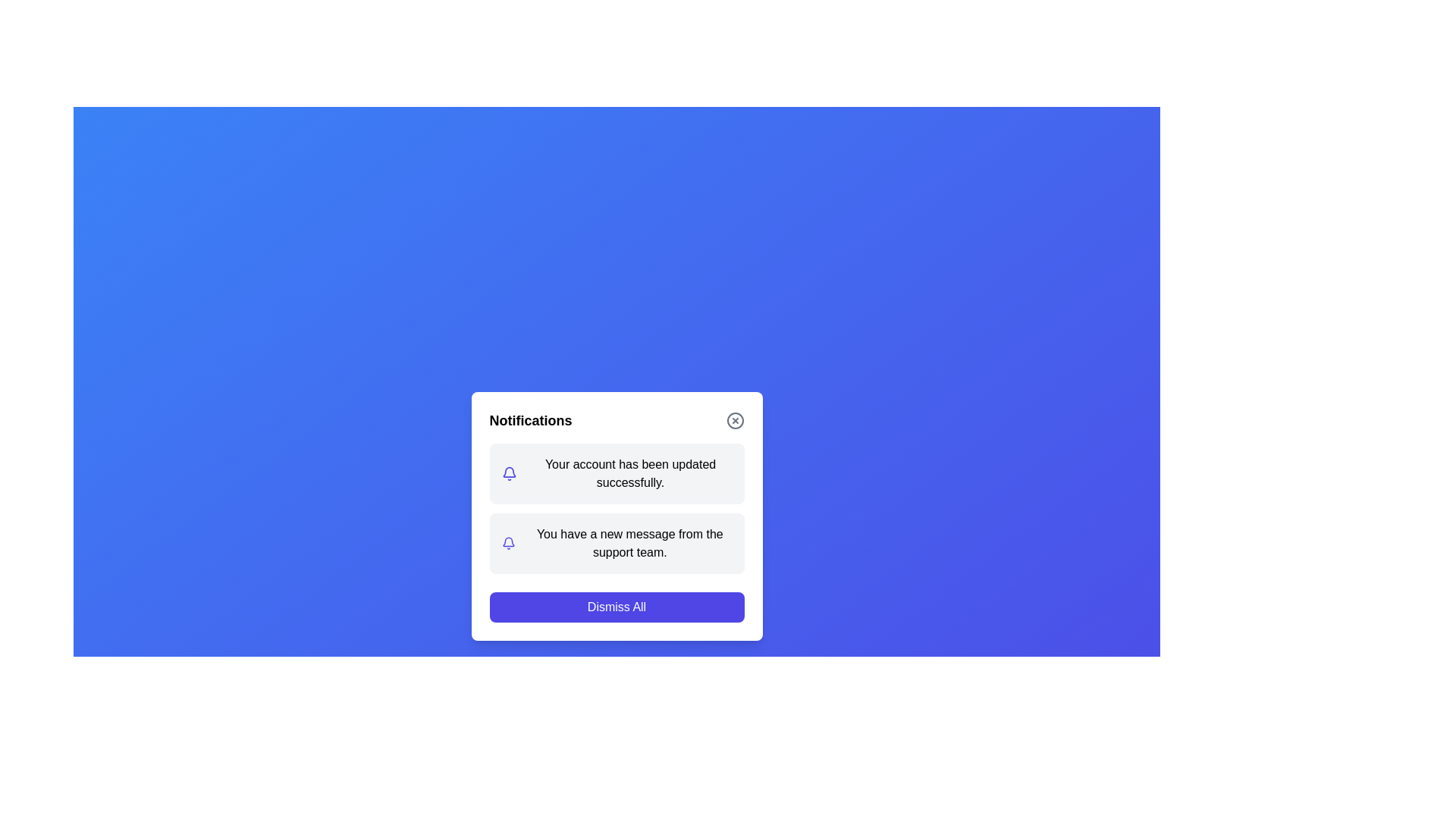  Describe the element at coordinates (617, 607) in the screenshot. I see `the dismiss button located at the bottom of the pop-up notification panel` at that location.